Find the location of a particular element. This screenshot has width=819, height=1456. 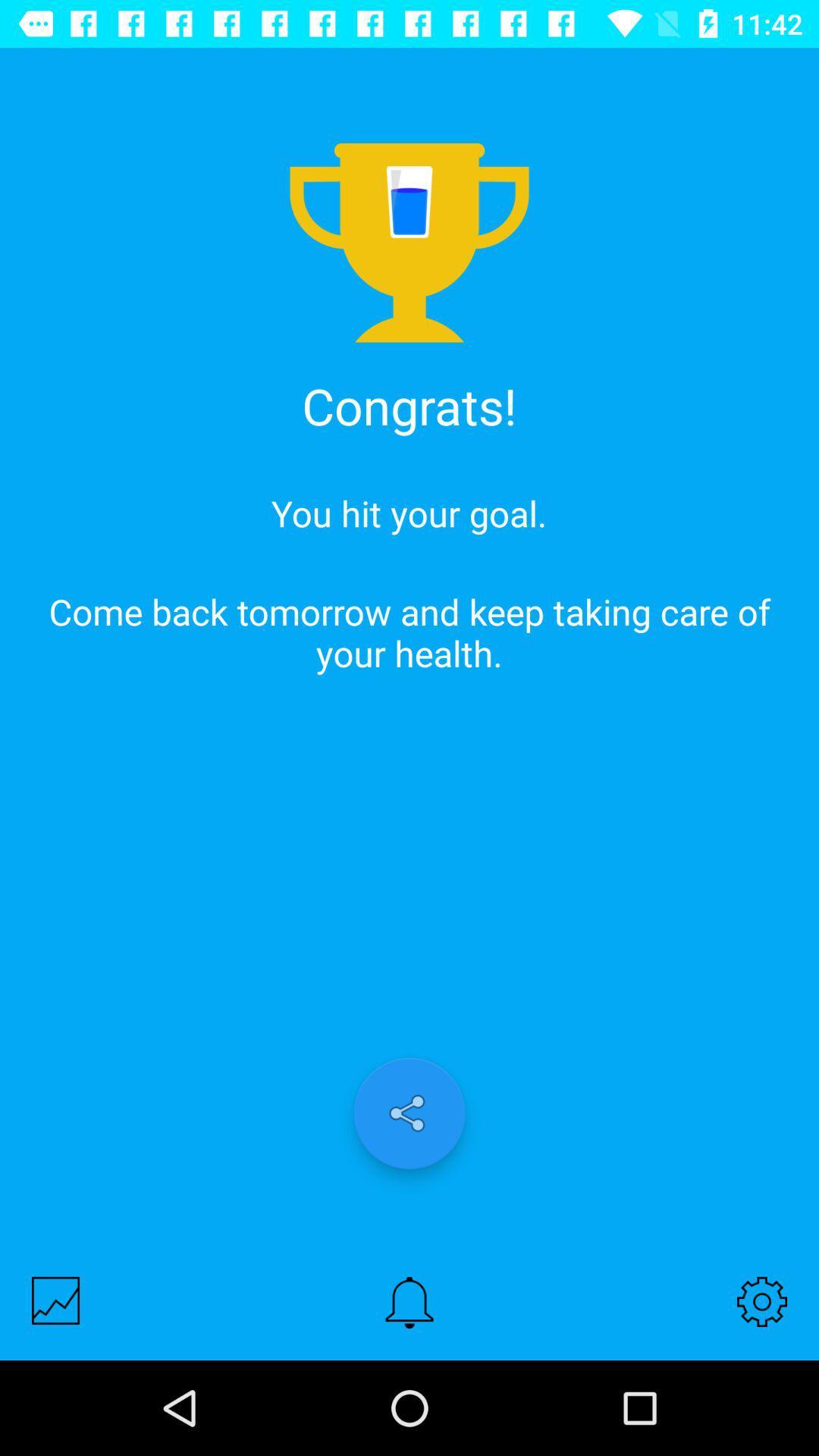

the settings icon is located at coordinates (762, 1301).